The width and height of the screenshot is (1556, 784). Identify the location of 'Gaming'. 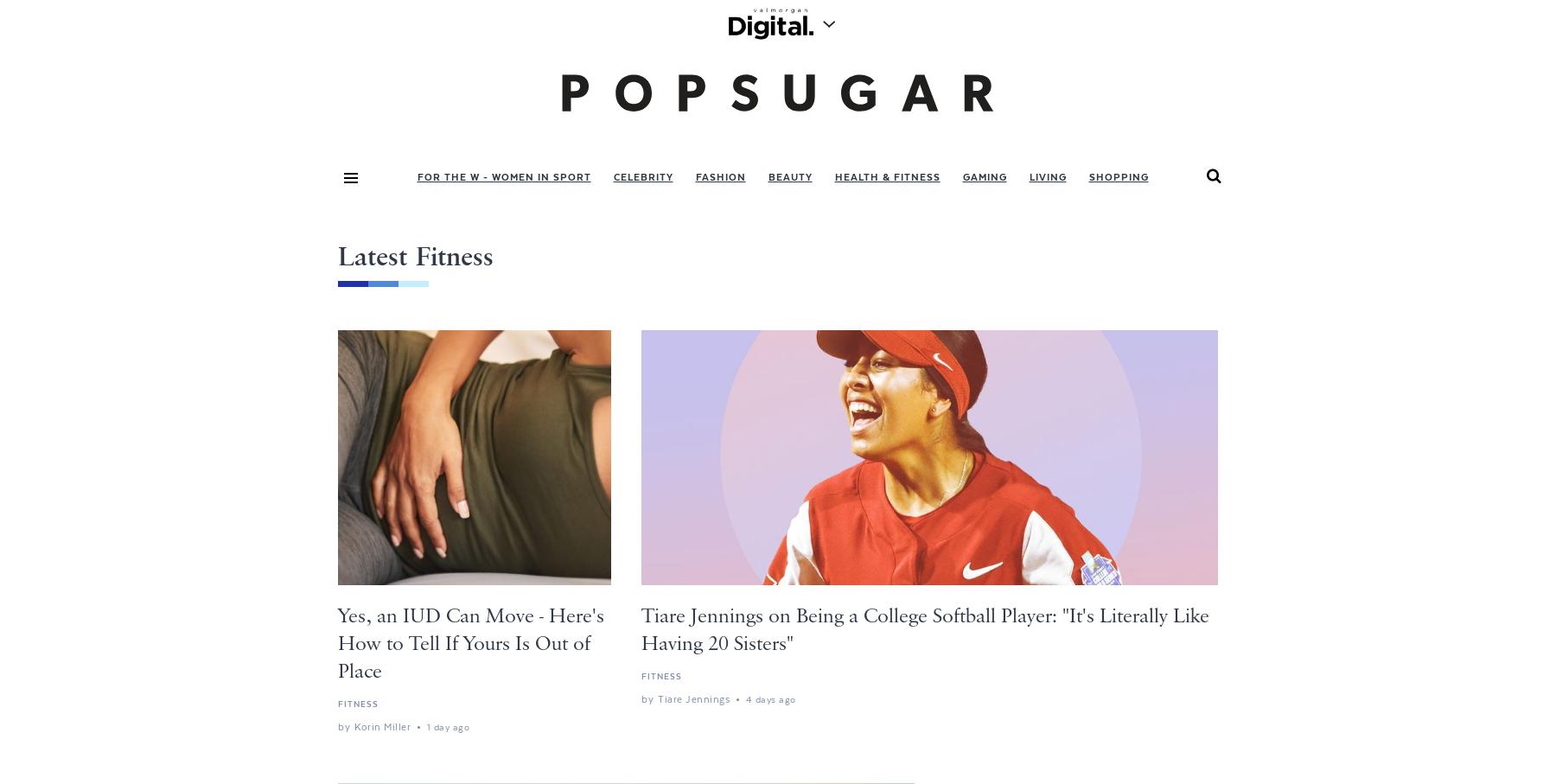
(983, 175).